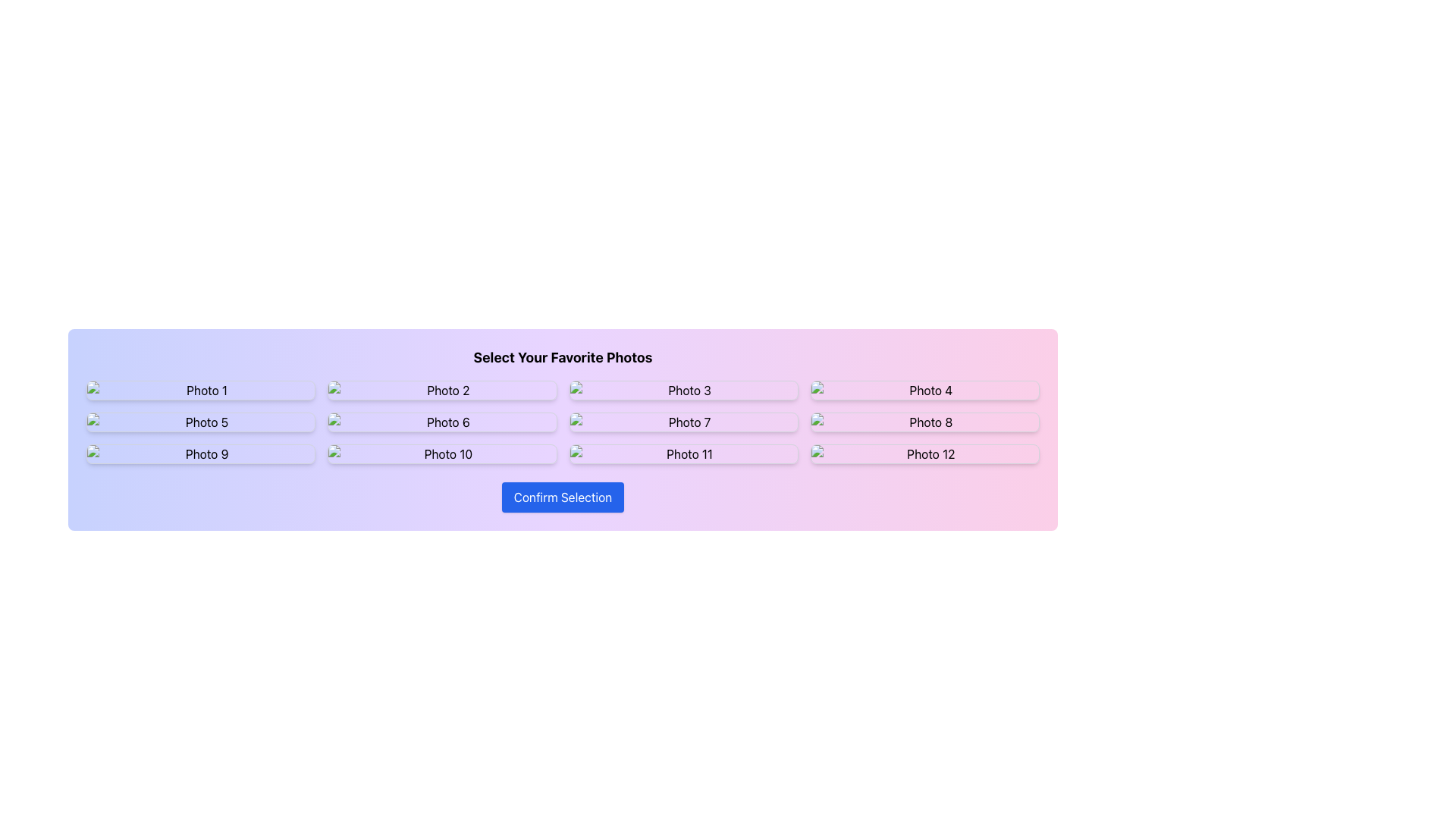  I want to click on the placeholder image labeled 'Photo 11' located in the third column and fourth row of the grid under 'Select Your Favorite Photos', so click(682, 453).